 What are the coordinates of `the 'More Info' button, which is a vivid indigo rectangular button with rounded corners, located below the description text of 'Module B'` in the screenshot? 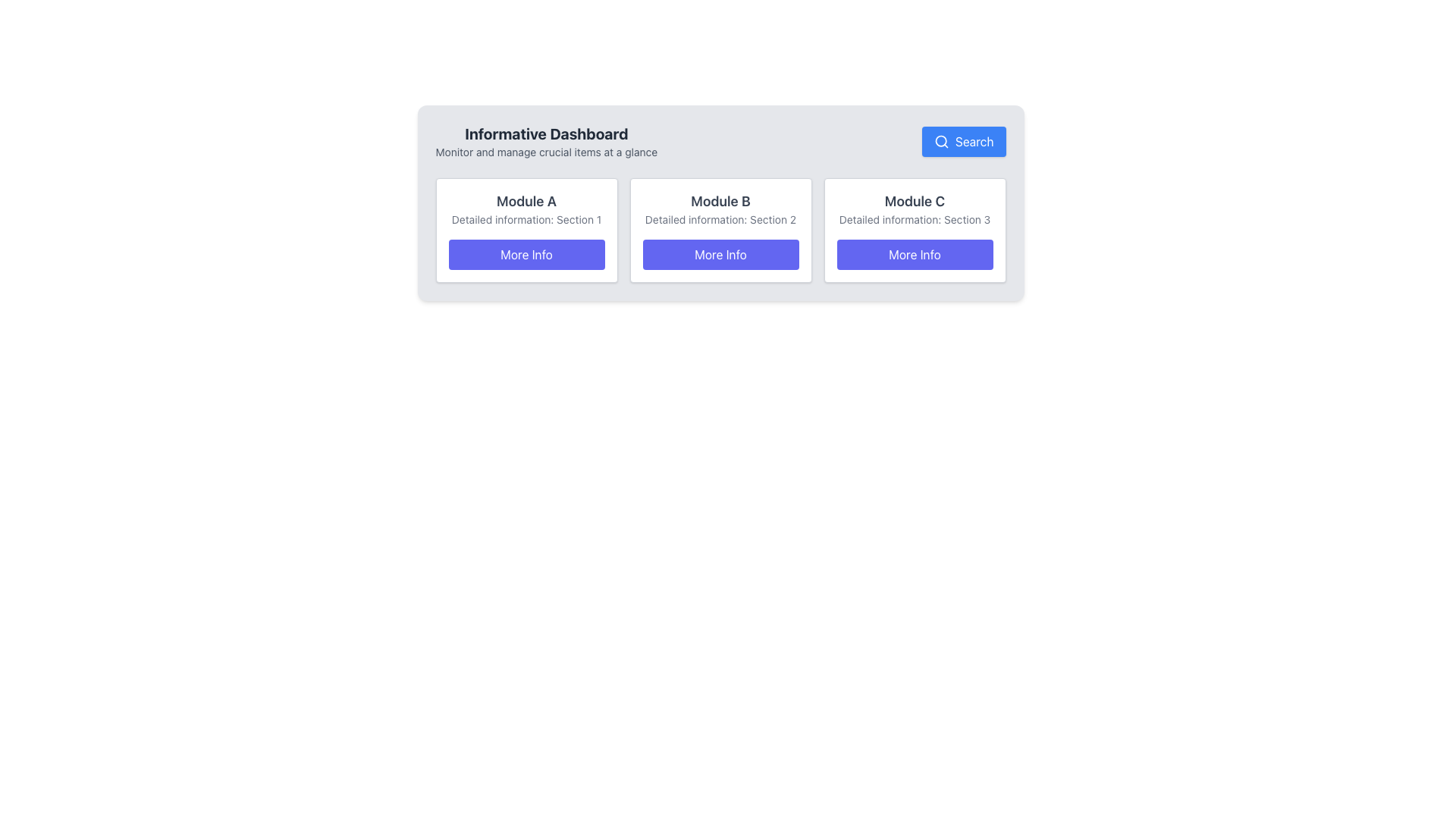 It's located at (720, 253).